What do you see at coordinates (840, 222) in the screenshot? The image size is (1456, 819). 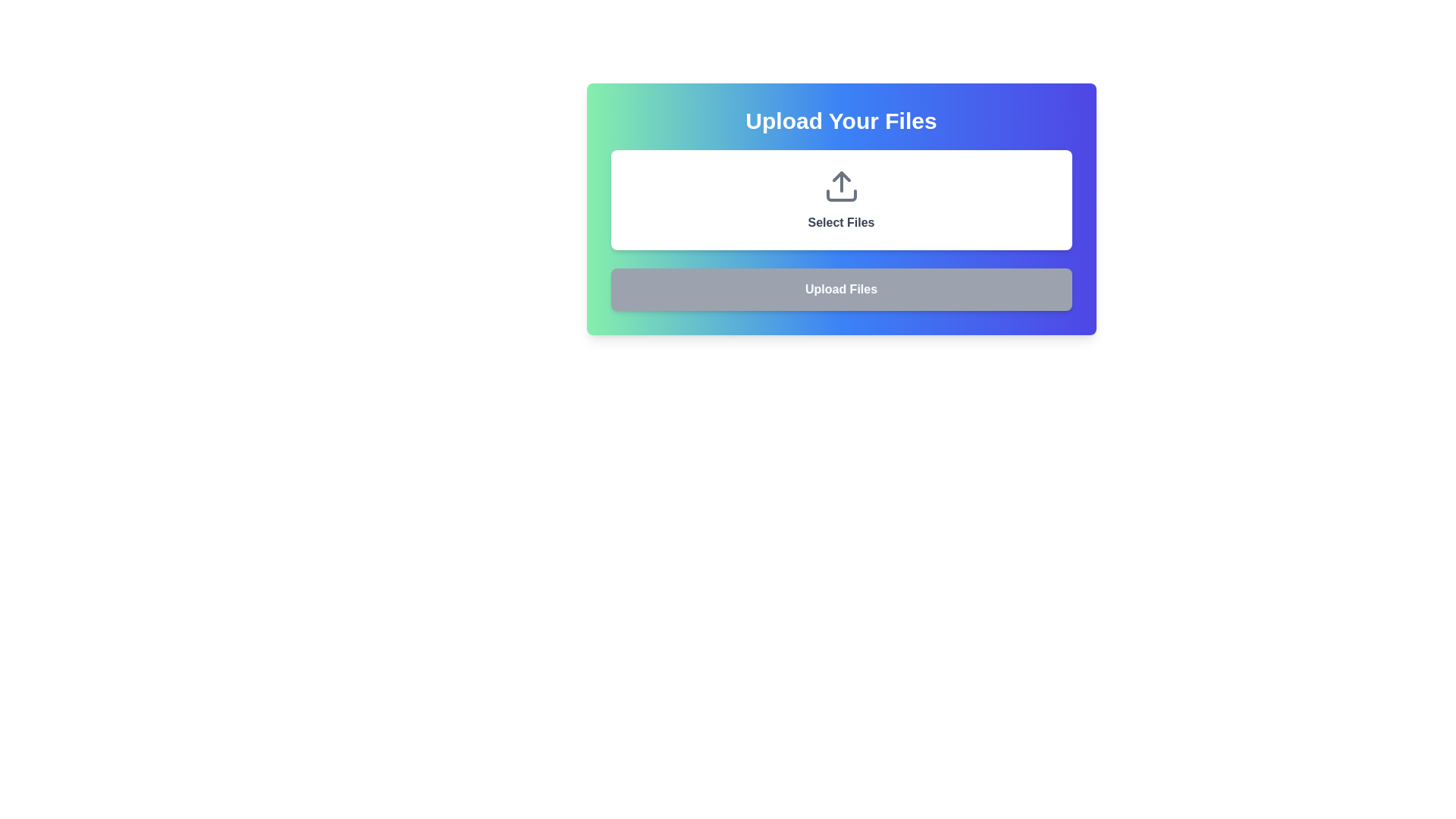 I see `the 'Select Files' text label, which is styled in bold and is located beneath an upload symbol SVG icon` at bounding box center [840, 222].